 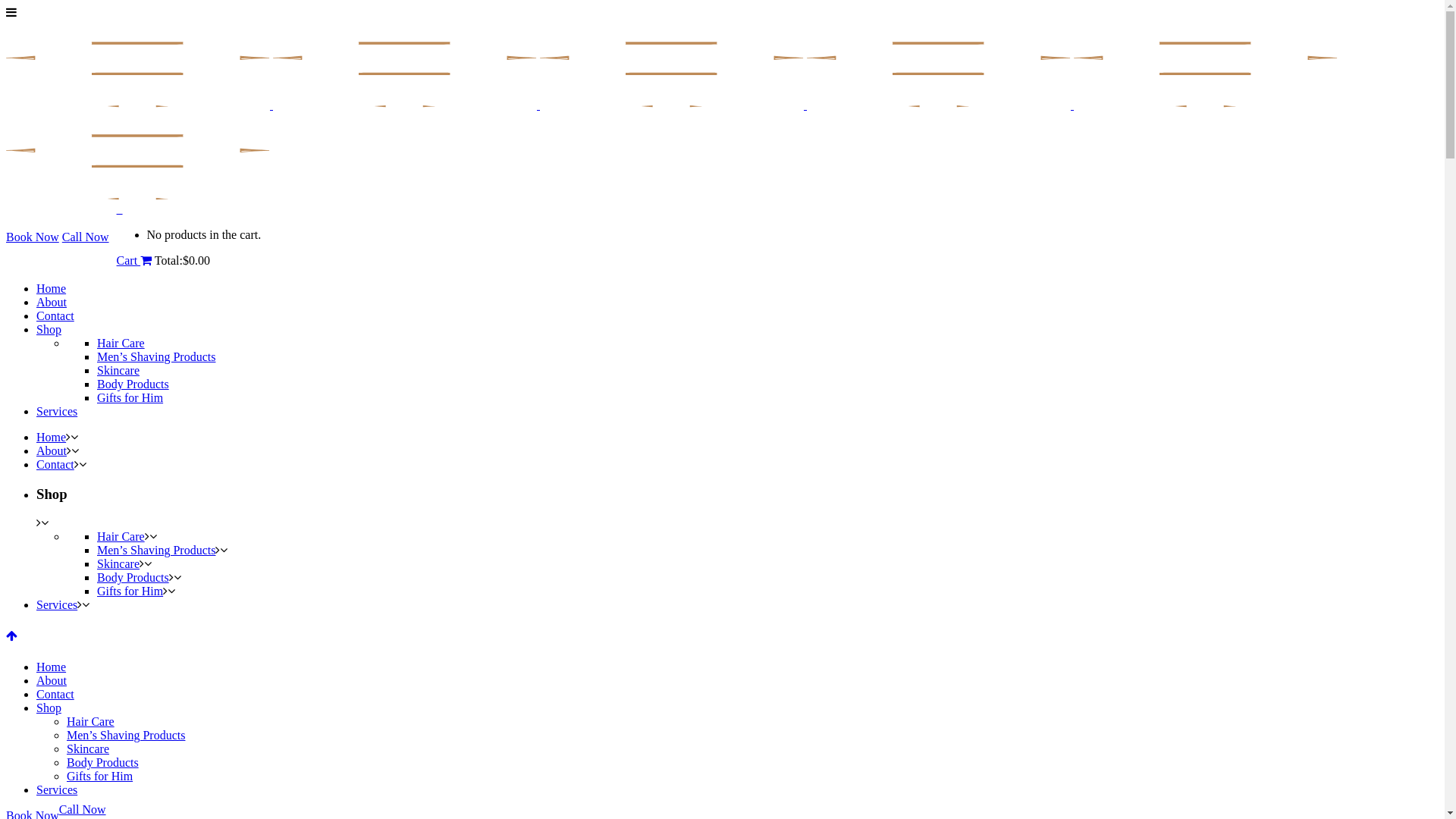 What do you see at coordinates (102, 762) in the screenshot?
I see `'Body Products'` at bounding box center [102, 762].